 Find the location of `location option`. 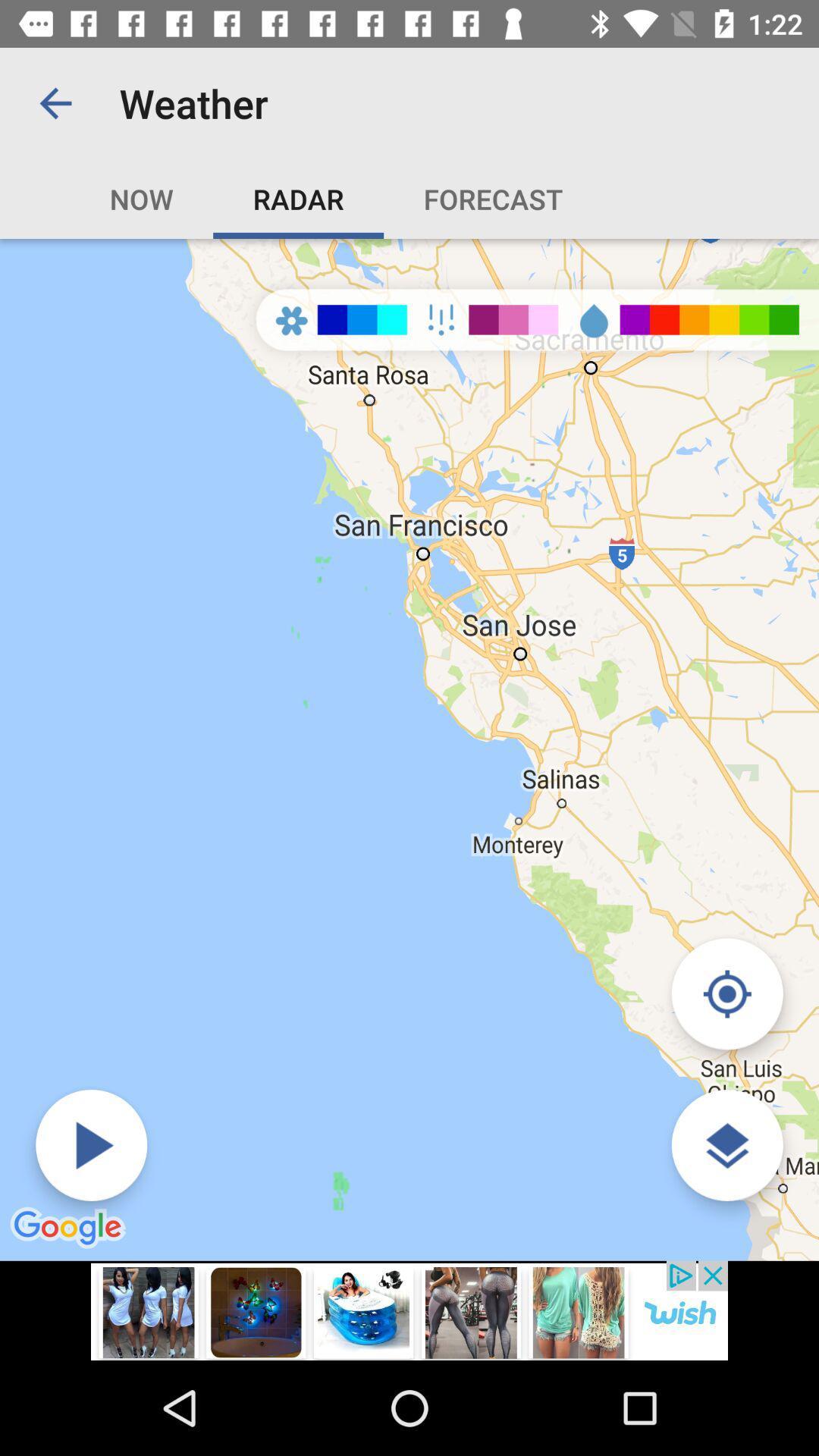

location option is located at coordinates (726, 993).